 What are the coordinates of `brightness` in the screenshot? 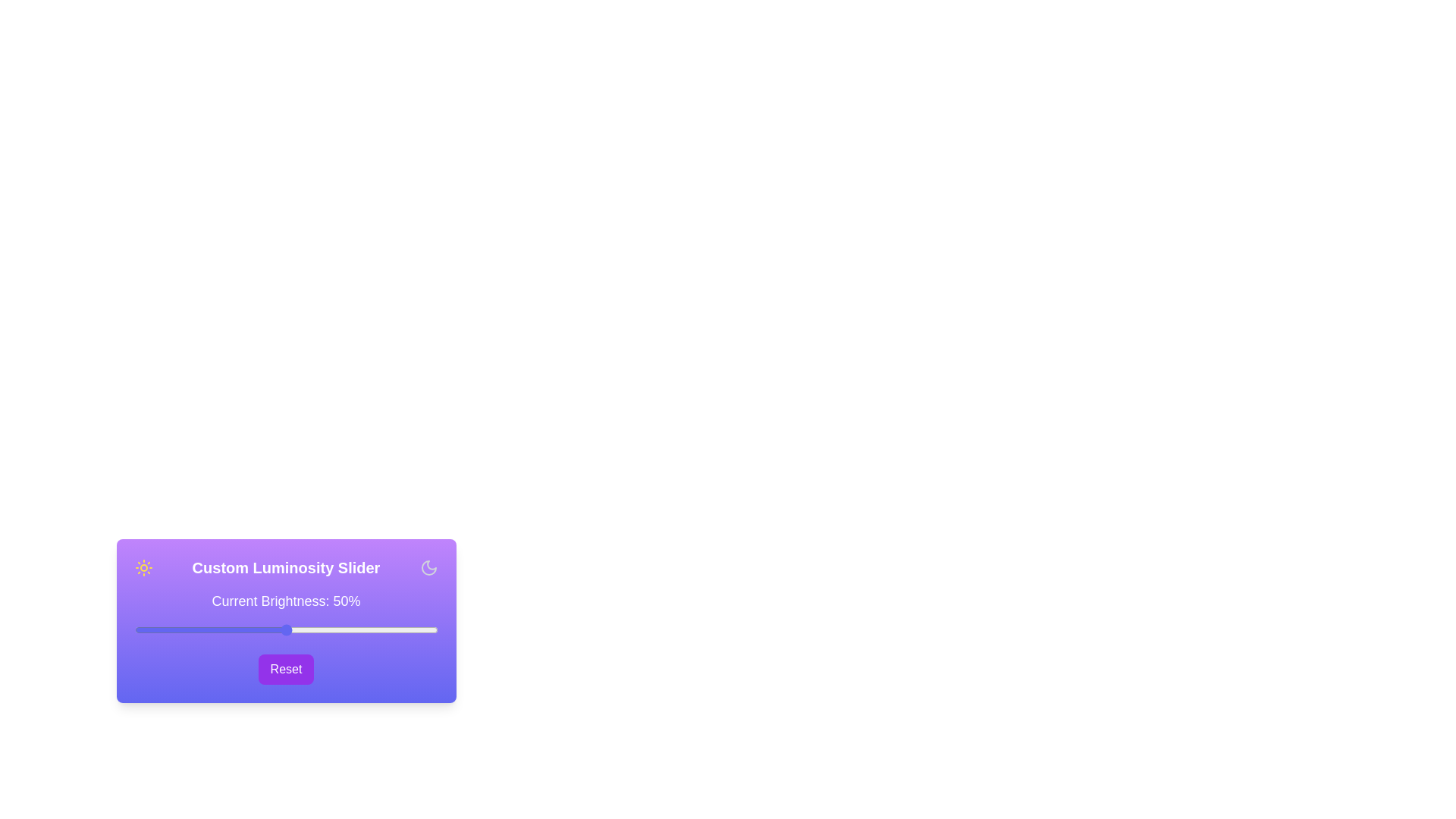 It's located at (318, 629).